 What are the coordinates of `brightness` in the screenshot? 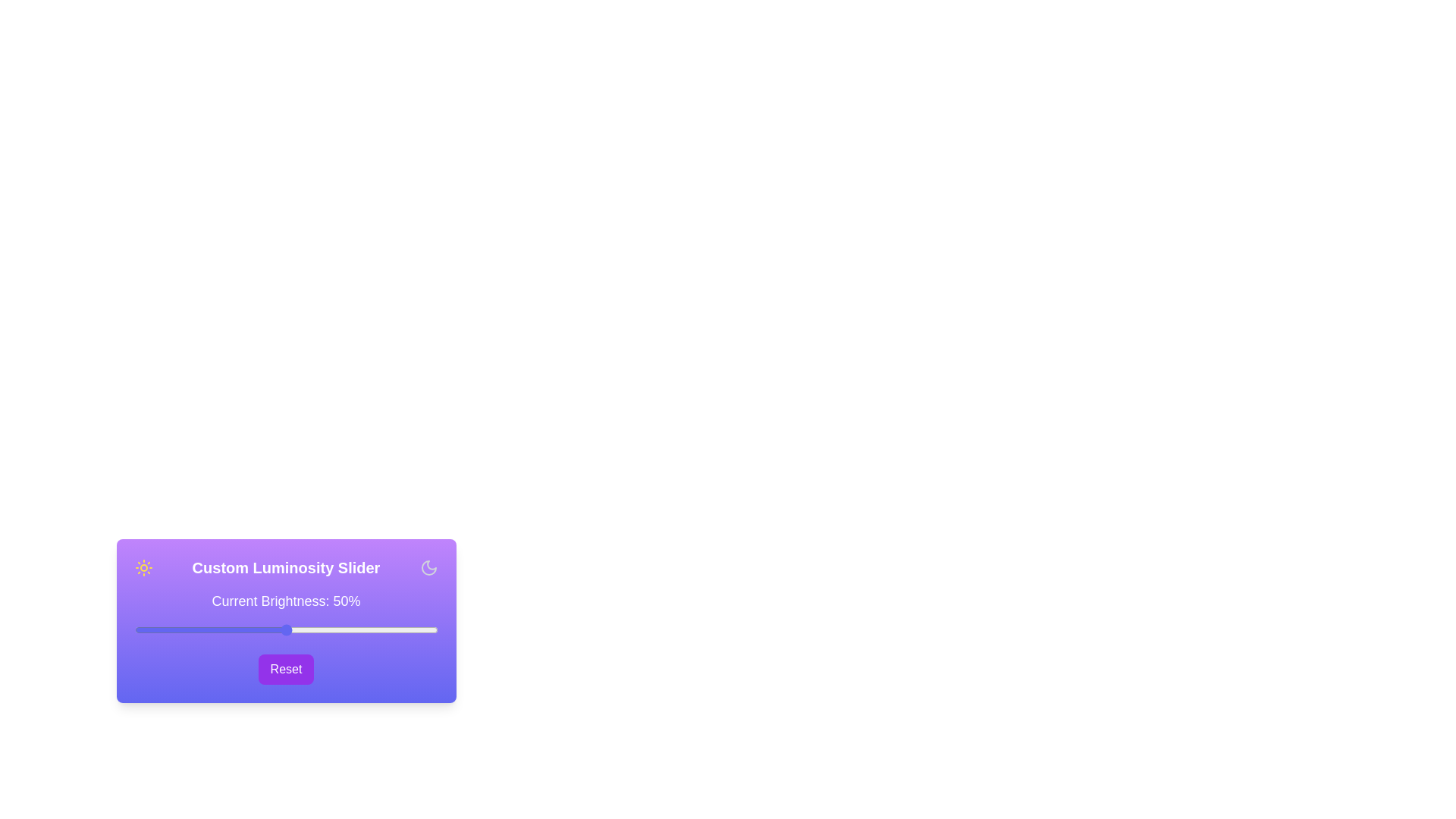 It's located at (318, 629).